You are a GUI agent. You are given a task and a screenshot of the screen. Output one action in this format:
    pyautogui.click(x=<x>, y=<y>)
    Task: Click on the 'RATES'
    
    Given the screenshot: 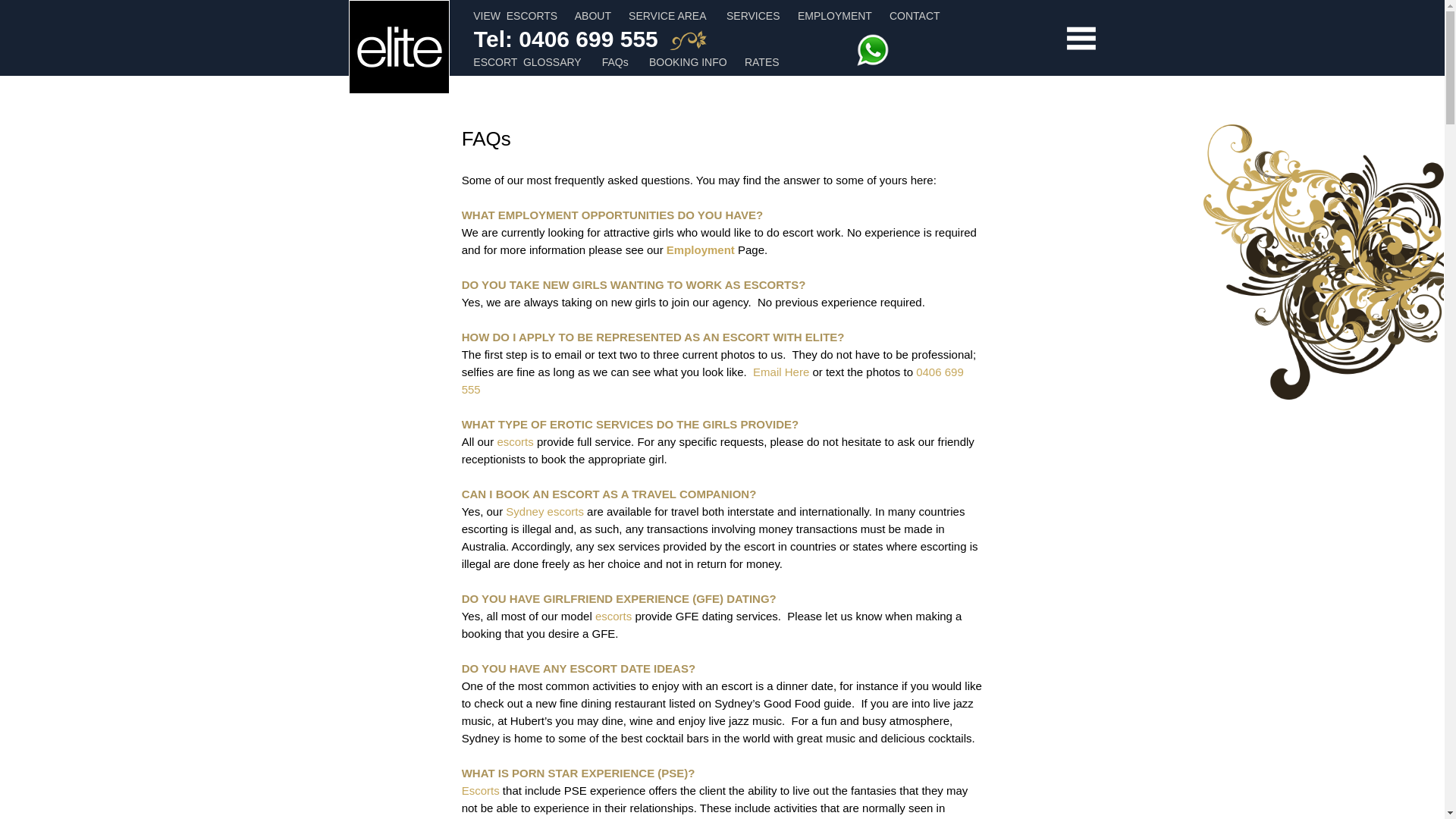 What is the action you would take?
    pyautogui.click(x=761, y=61)
    